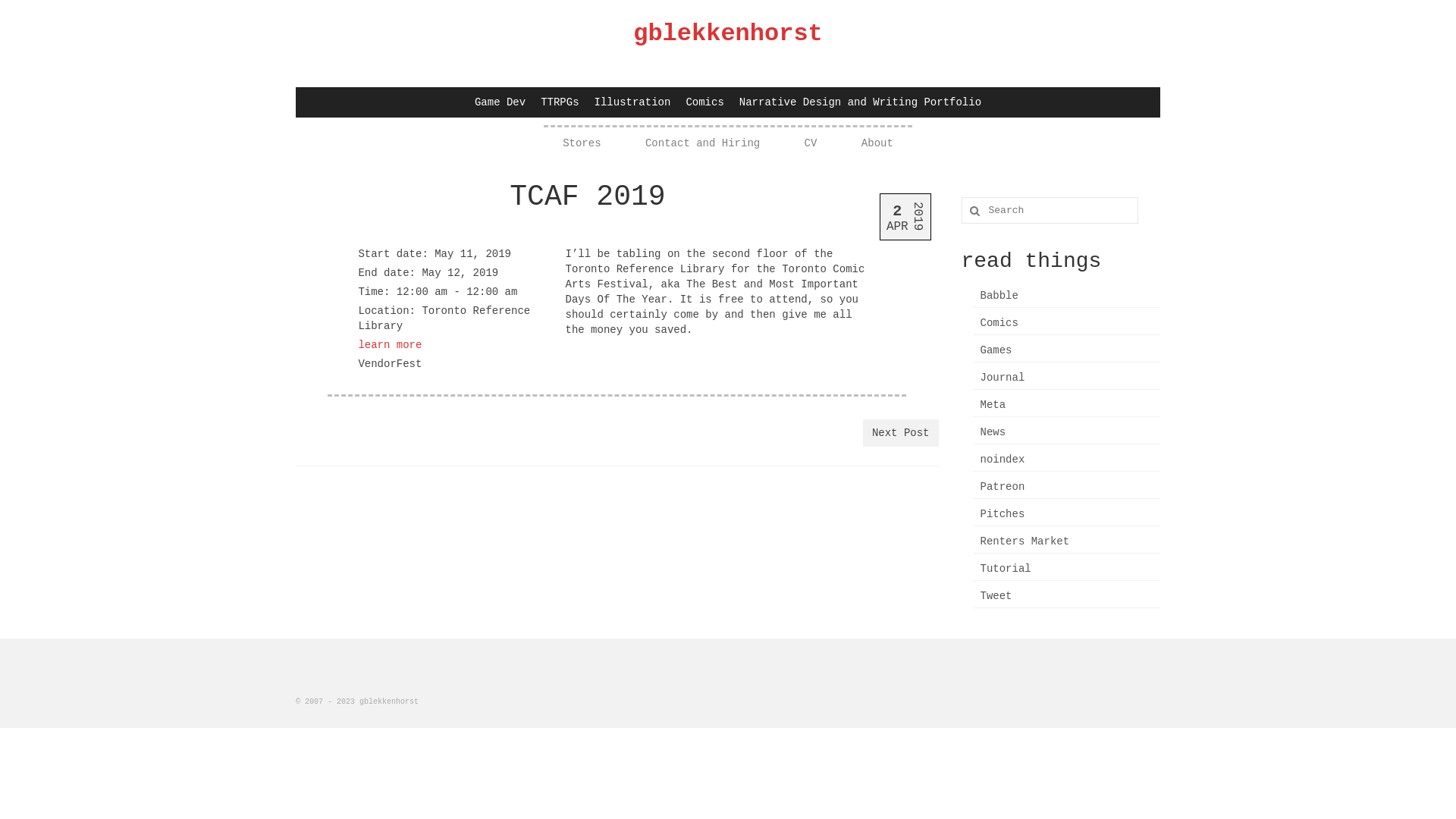  I want to click on 'learn more', so click(356, 345).